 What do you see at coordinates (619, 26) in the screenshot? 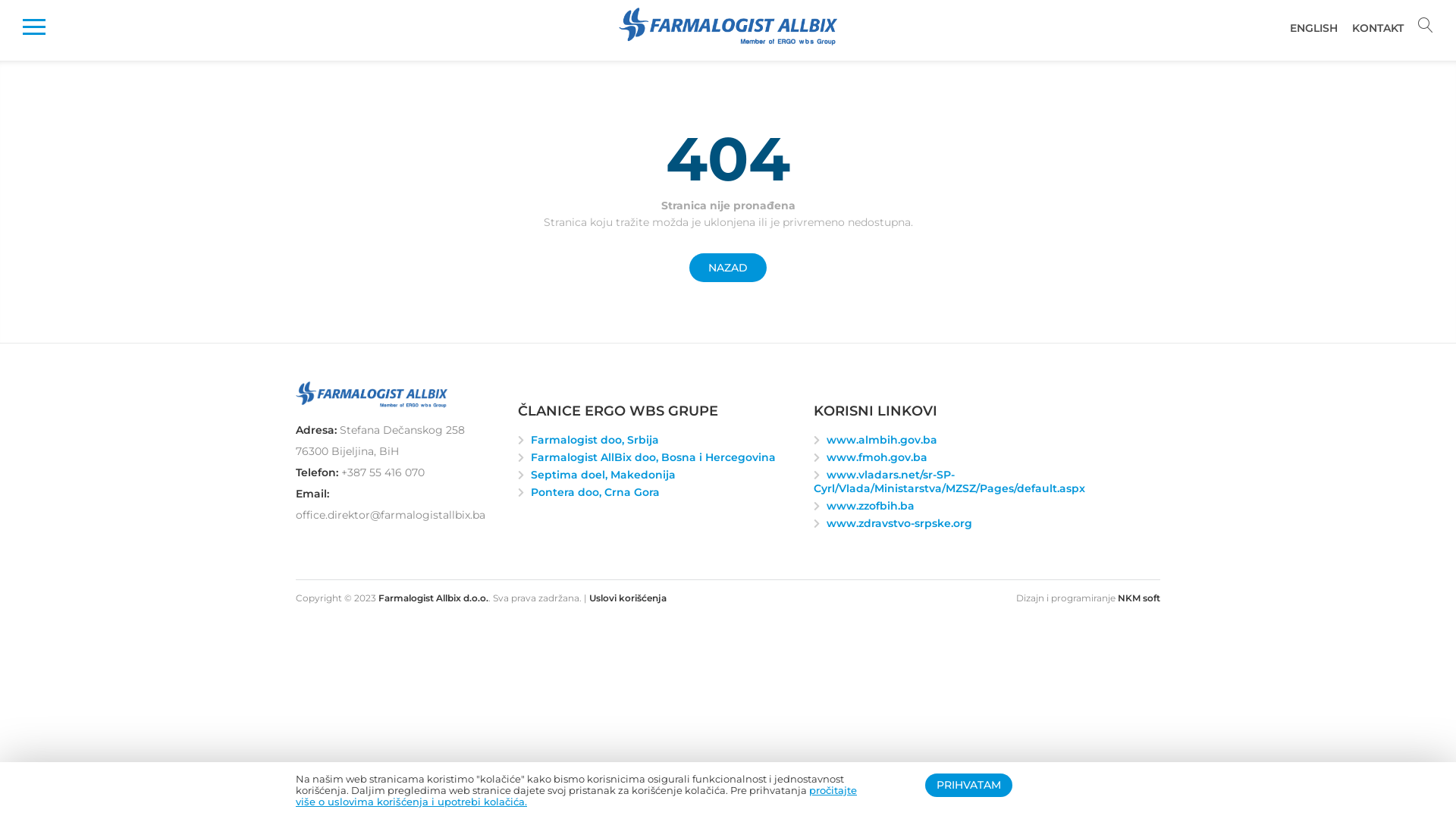
I see `'Farmalogist Allbix d.o.o.'` at bounding box center [619, 26].